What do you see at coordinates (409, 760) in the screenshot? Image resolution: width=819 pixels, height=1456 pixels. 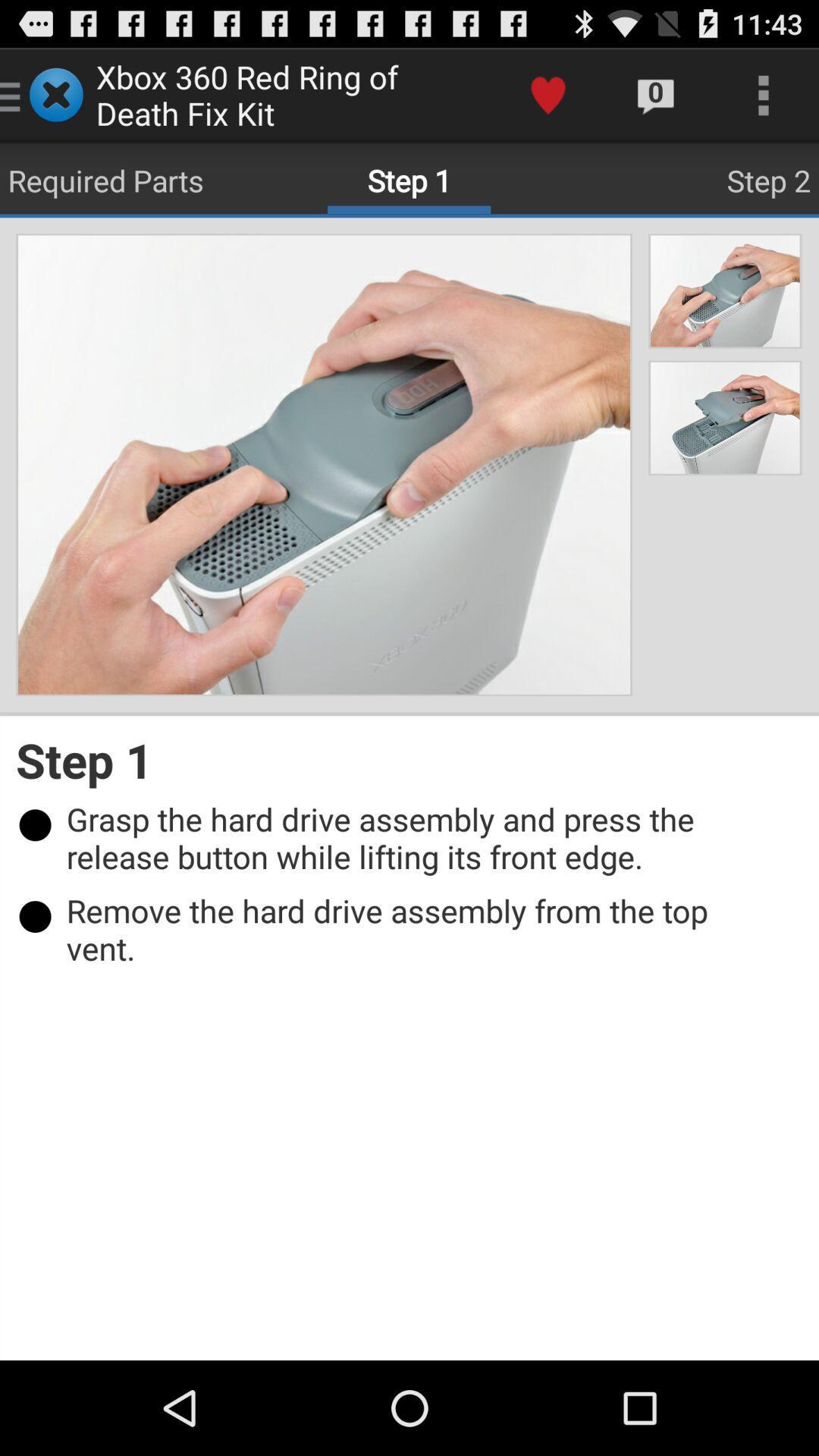 I see `step 1 item` at bounding box center [409, 760].